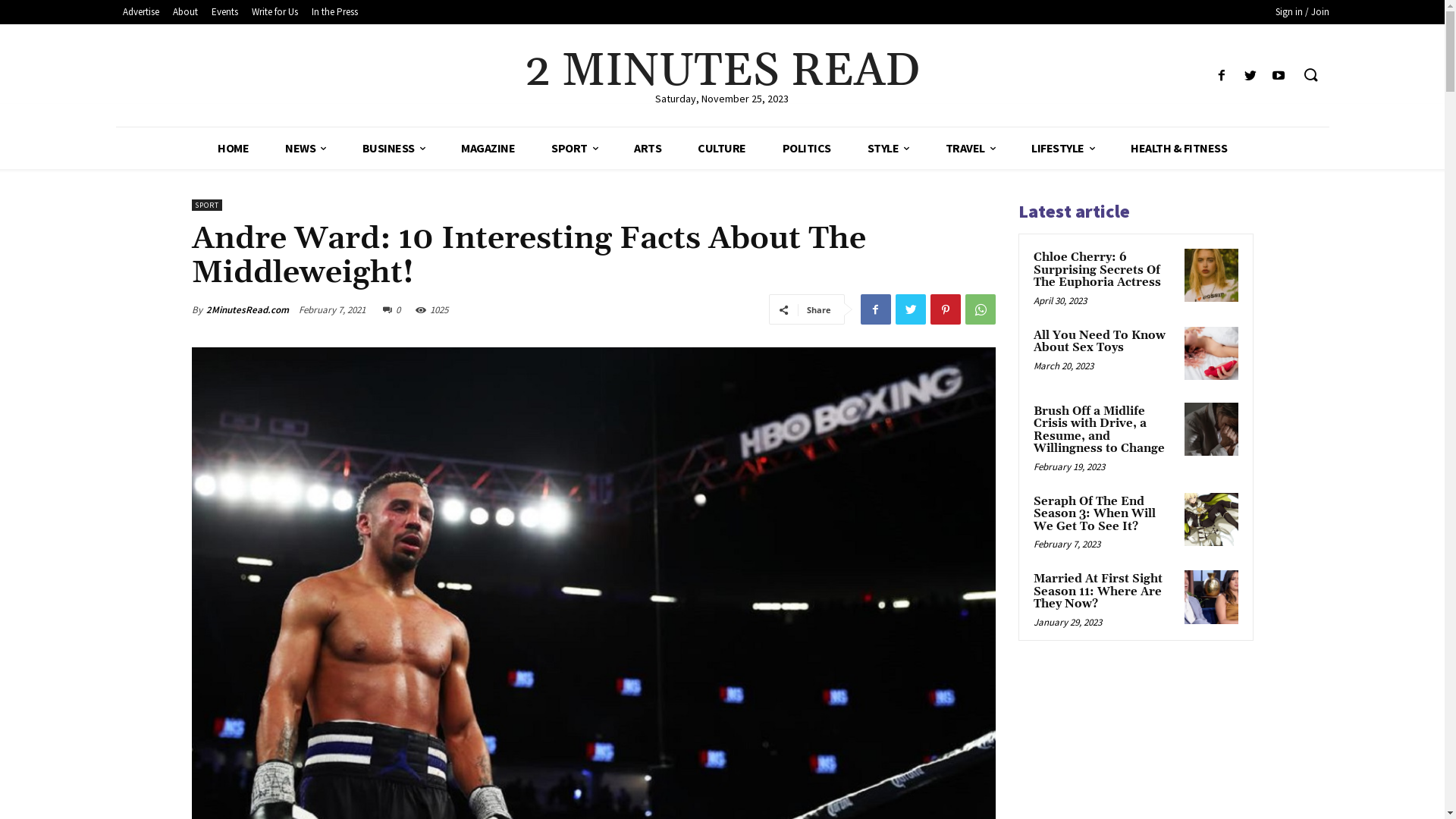  What do you see at coordinates (1210, 519) in the screenshot?
I see `'Seraph Of The End Season 3: When Will We Get To See It?'` at bounding box center [1210, 519].